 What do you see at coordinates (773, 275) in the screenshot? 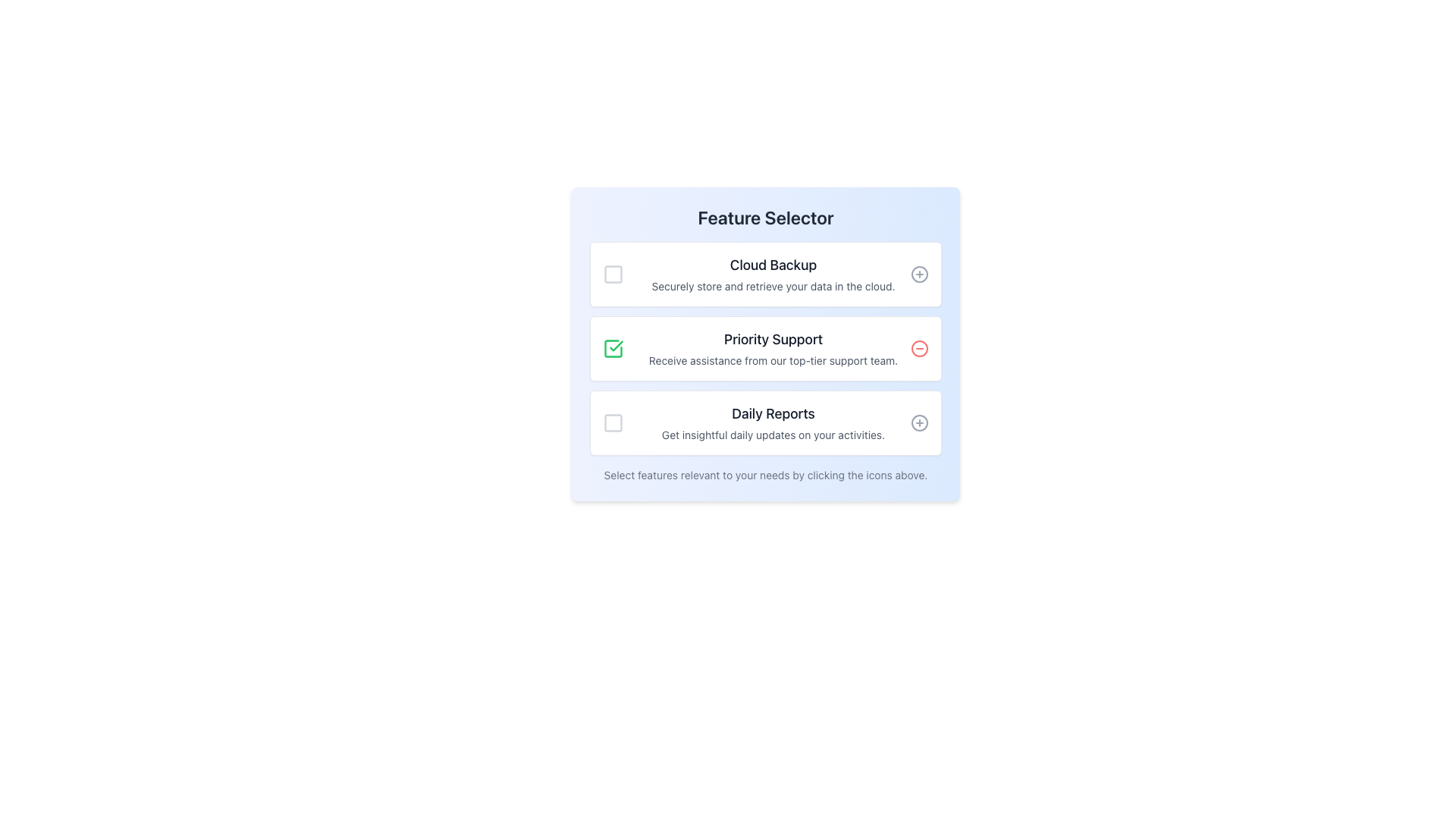
I see `the 'Cloud Backup' text element, which consists of a bold title and a subtitle, located centrally in the first section of a vertical list of selectable items` at bounding box center [773, 275].